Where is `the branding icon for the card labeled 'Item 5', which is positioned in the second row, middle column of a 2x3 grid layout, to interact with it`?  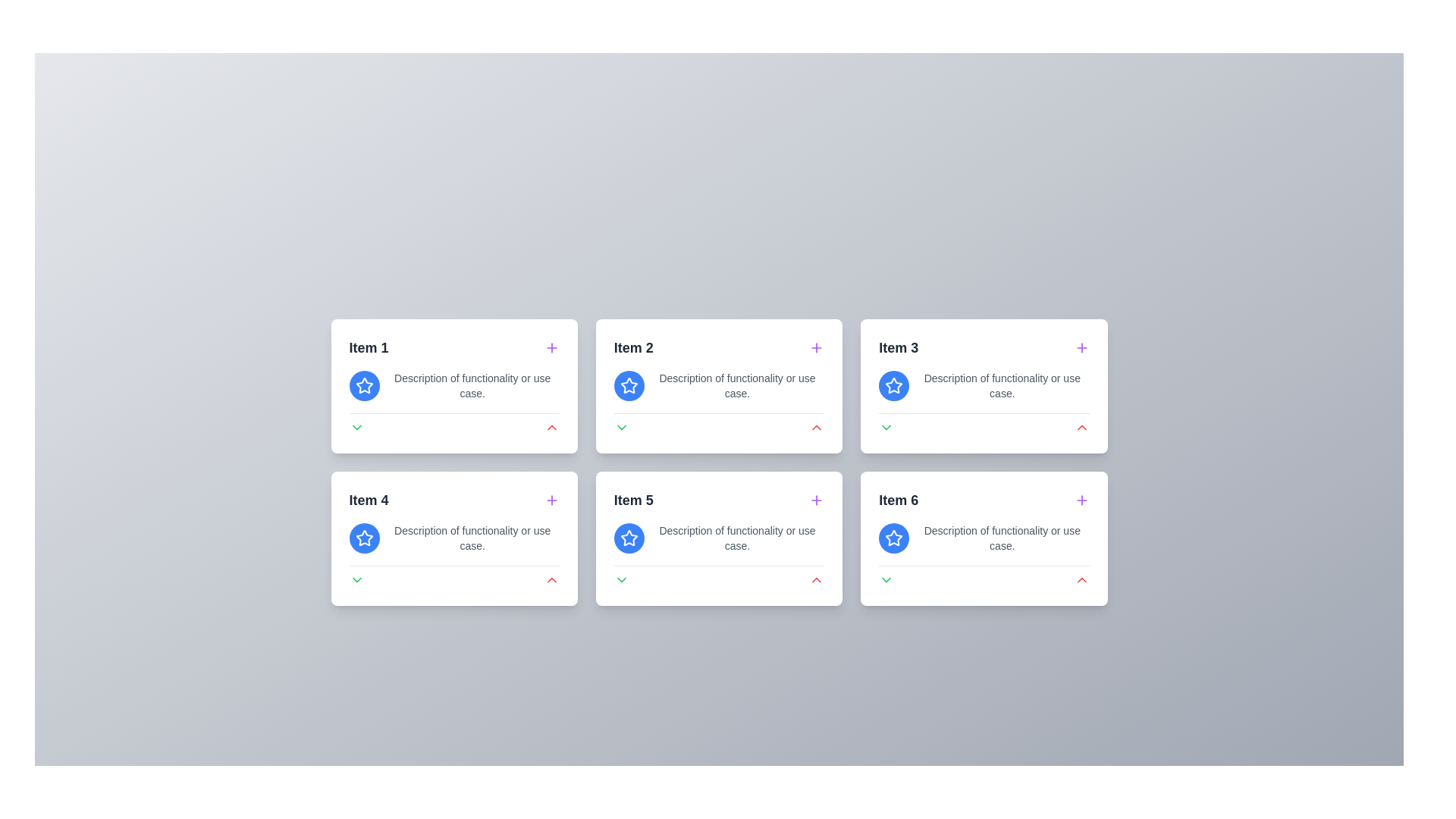 the branding icon for the card labeled 'Item 5', which is positioned in the second row, middle column of a 2x3 grid layout, to interact with it is located at coordinates (629, 537).